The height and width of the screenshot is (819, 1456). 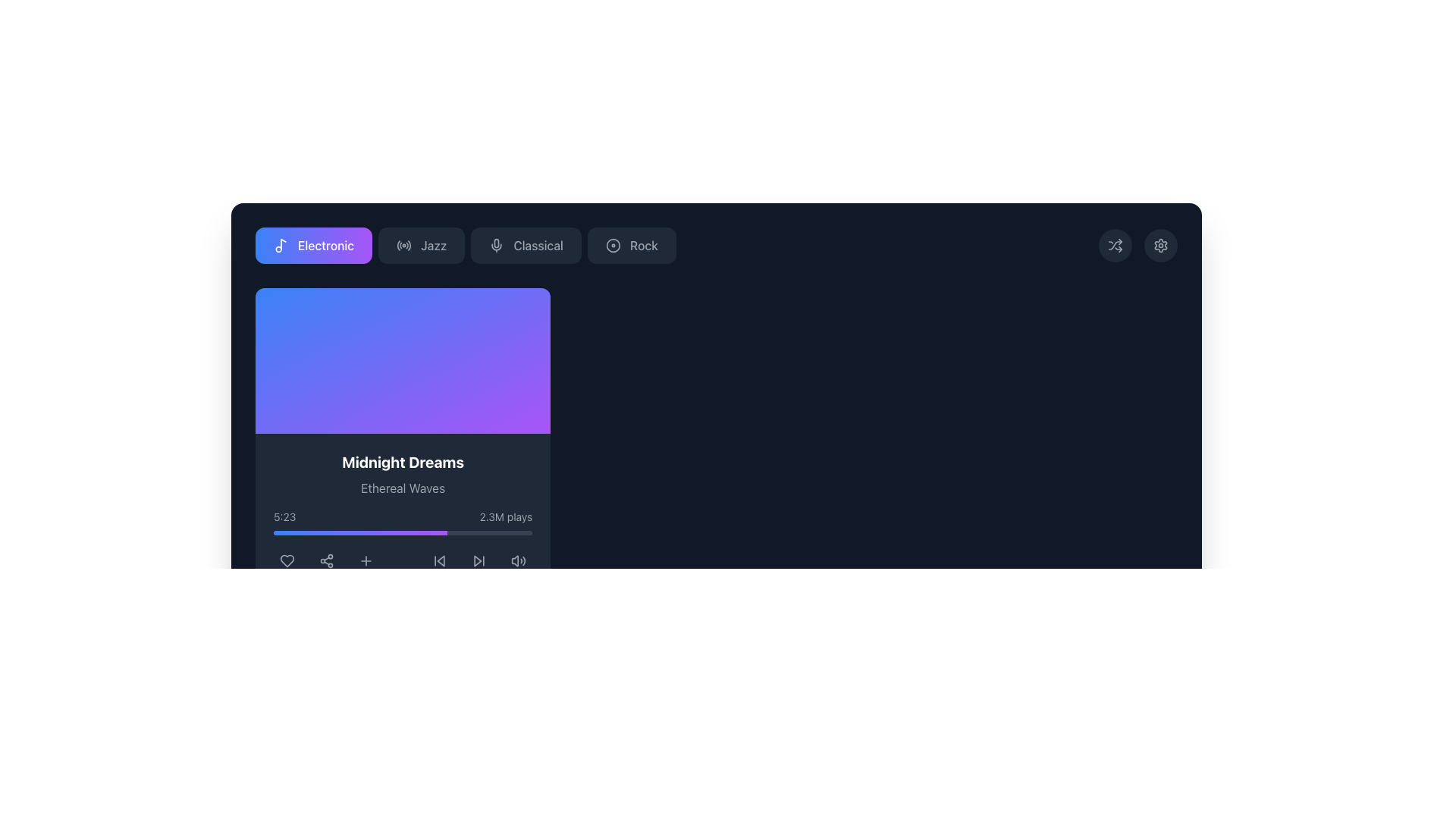 What do you see at coordinates (479, 561) in the screenshot?
I see `the 'Skip Forward' button located in the control bar, which is the second icon from the left` at bounding box center [479, 561].